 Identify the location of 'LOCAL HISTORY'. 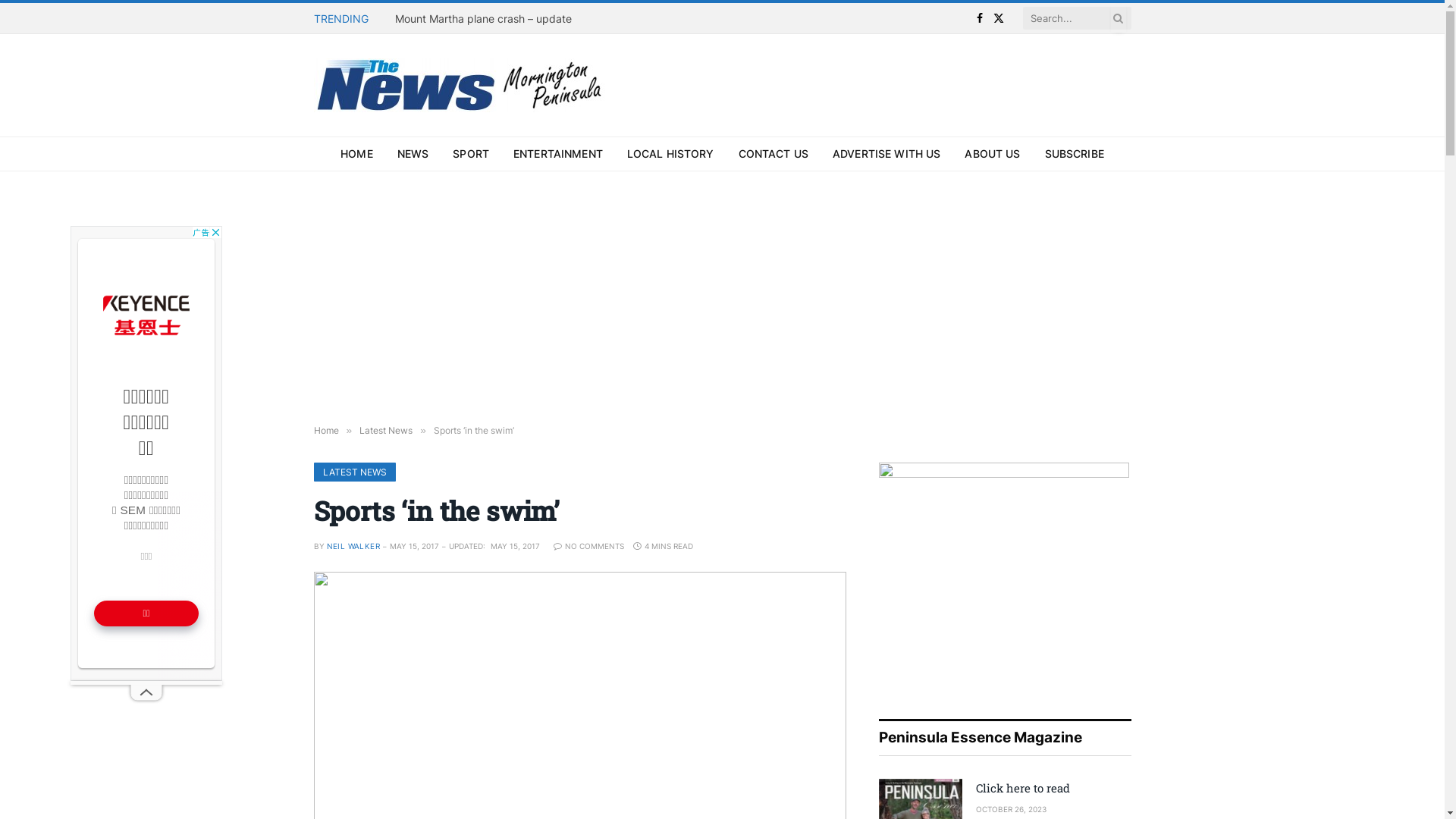
(670, 154).